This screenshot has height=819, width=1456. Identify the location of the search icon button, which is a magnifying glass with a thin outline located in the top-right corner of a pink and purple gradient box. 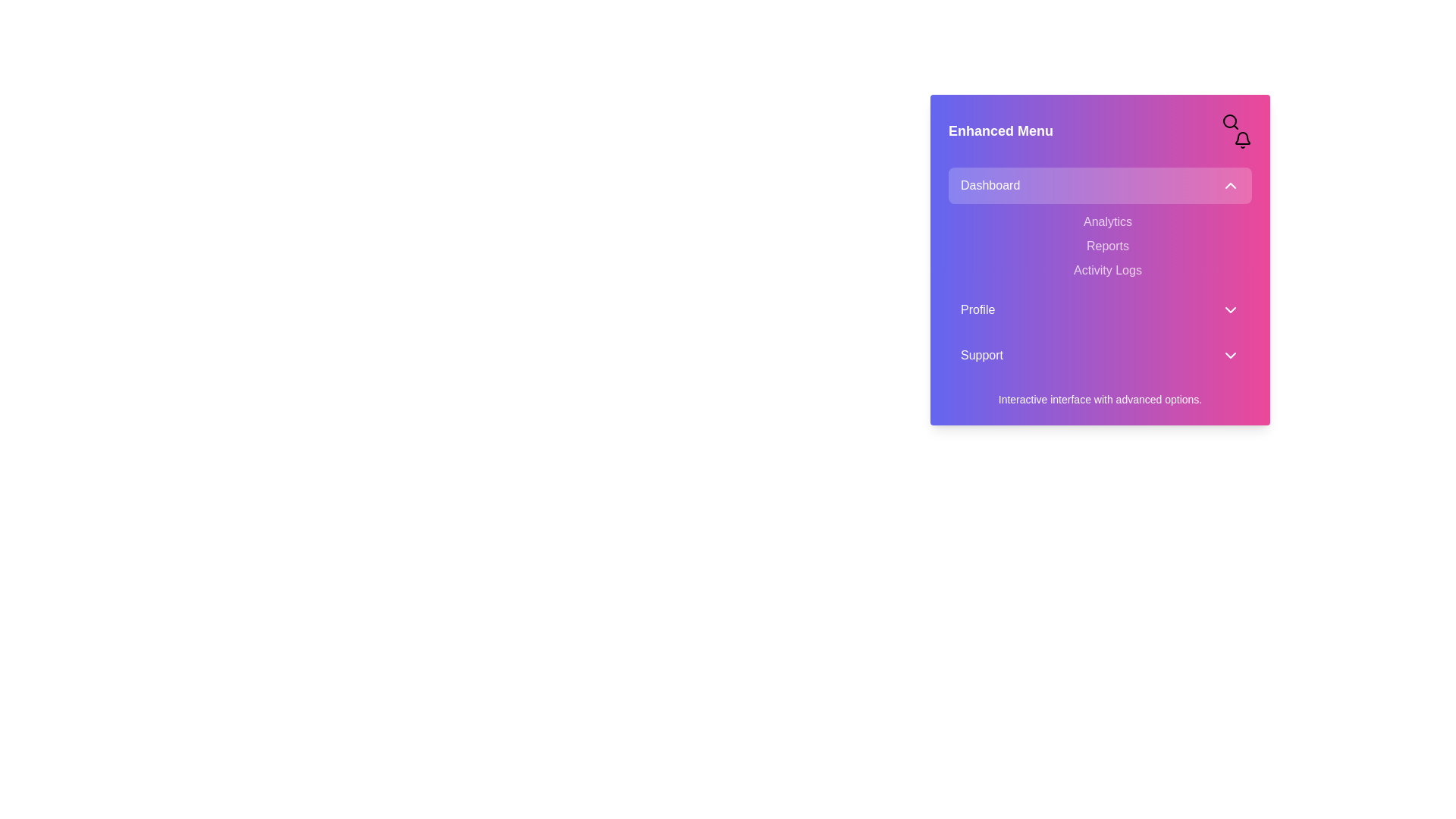
(1230, 121).